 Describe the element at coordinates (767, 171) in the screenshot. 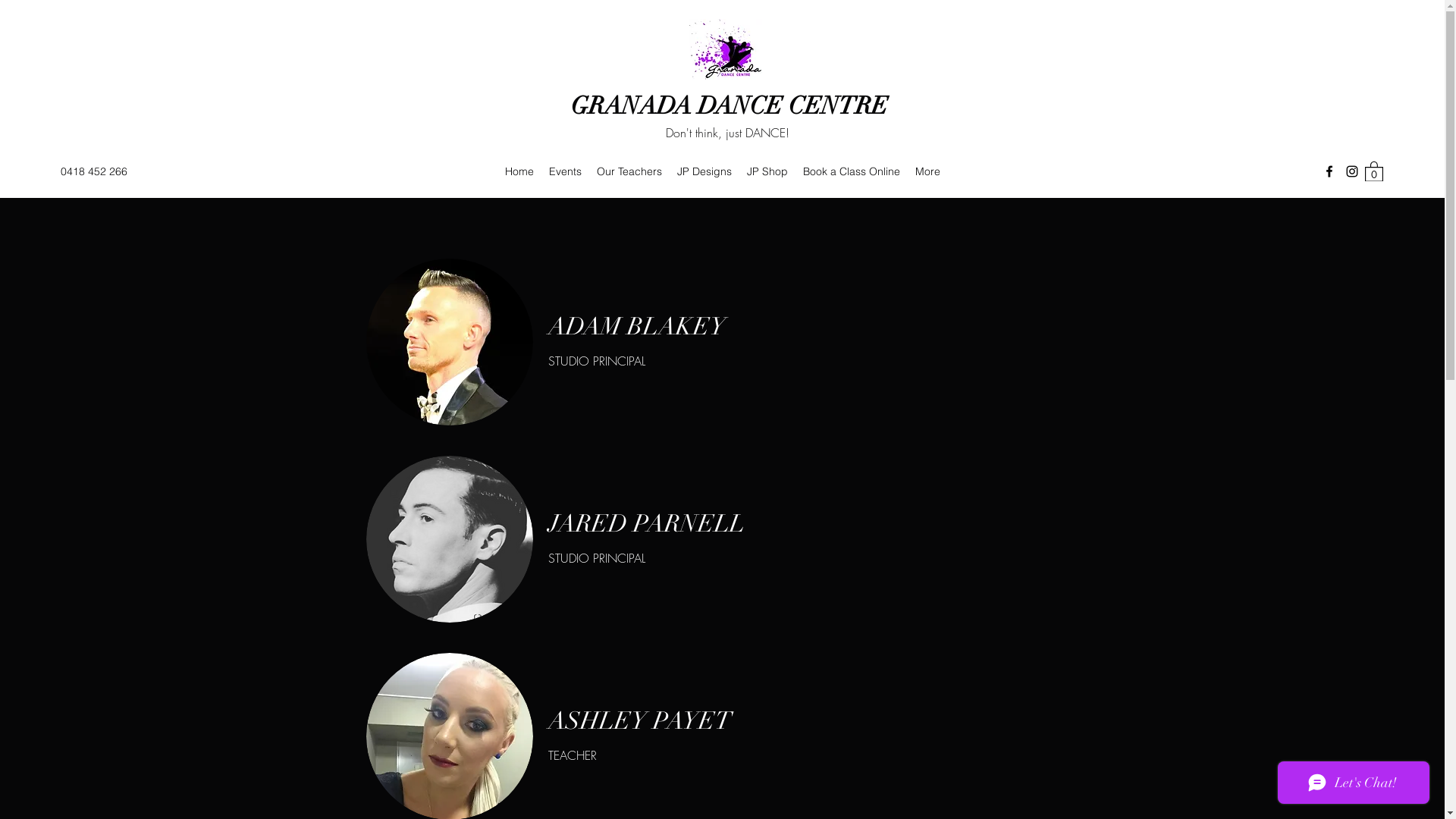

I see `'JP Shop'` at that location.